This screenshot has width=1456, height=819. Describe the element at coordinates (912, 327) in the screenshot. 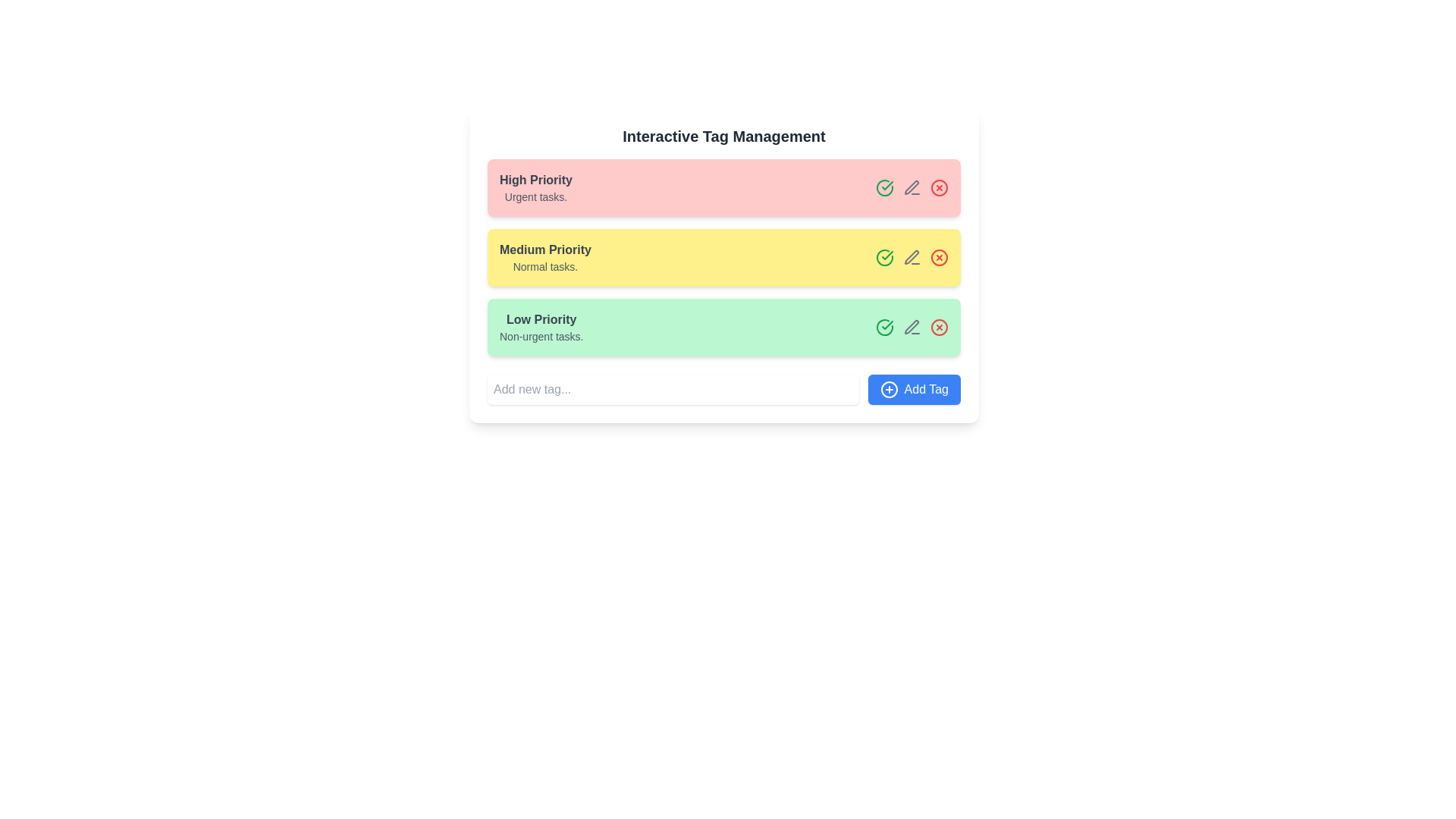

I see `the edit icon in the 'Low Priority' section of the third row` at that location.